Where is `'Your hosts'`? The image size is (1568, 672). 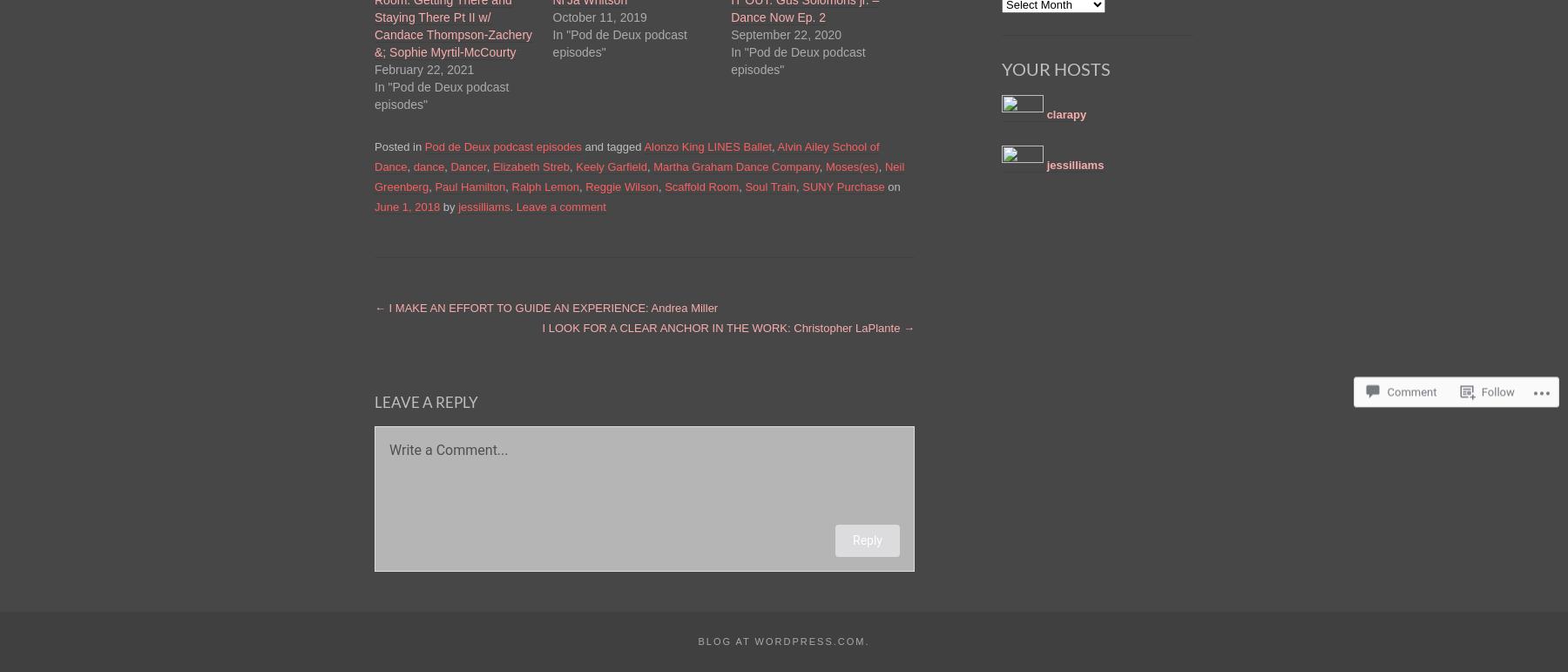
'Your hosts' is located at coordinates (1055, 68).